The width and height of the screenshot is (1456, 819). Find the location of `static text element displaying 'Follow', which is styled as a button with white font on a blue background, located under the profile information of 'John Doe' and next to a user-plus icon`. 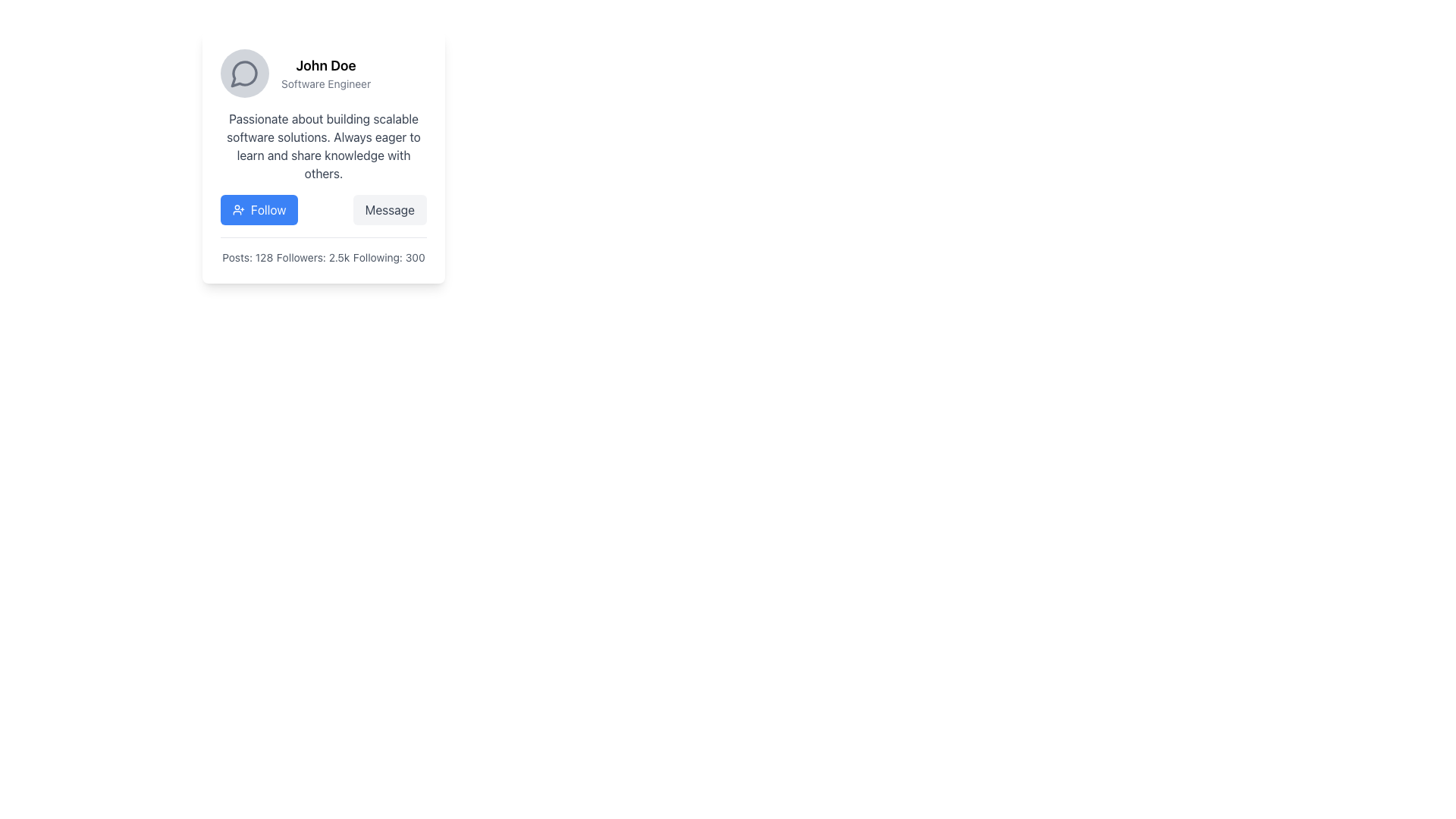

static text element displaying 'Follow', which is styled as a button with white font on a blue background, located under the profile information of 'John Doe' and next to a user-plus icon is located at coordinates (268, 210).